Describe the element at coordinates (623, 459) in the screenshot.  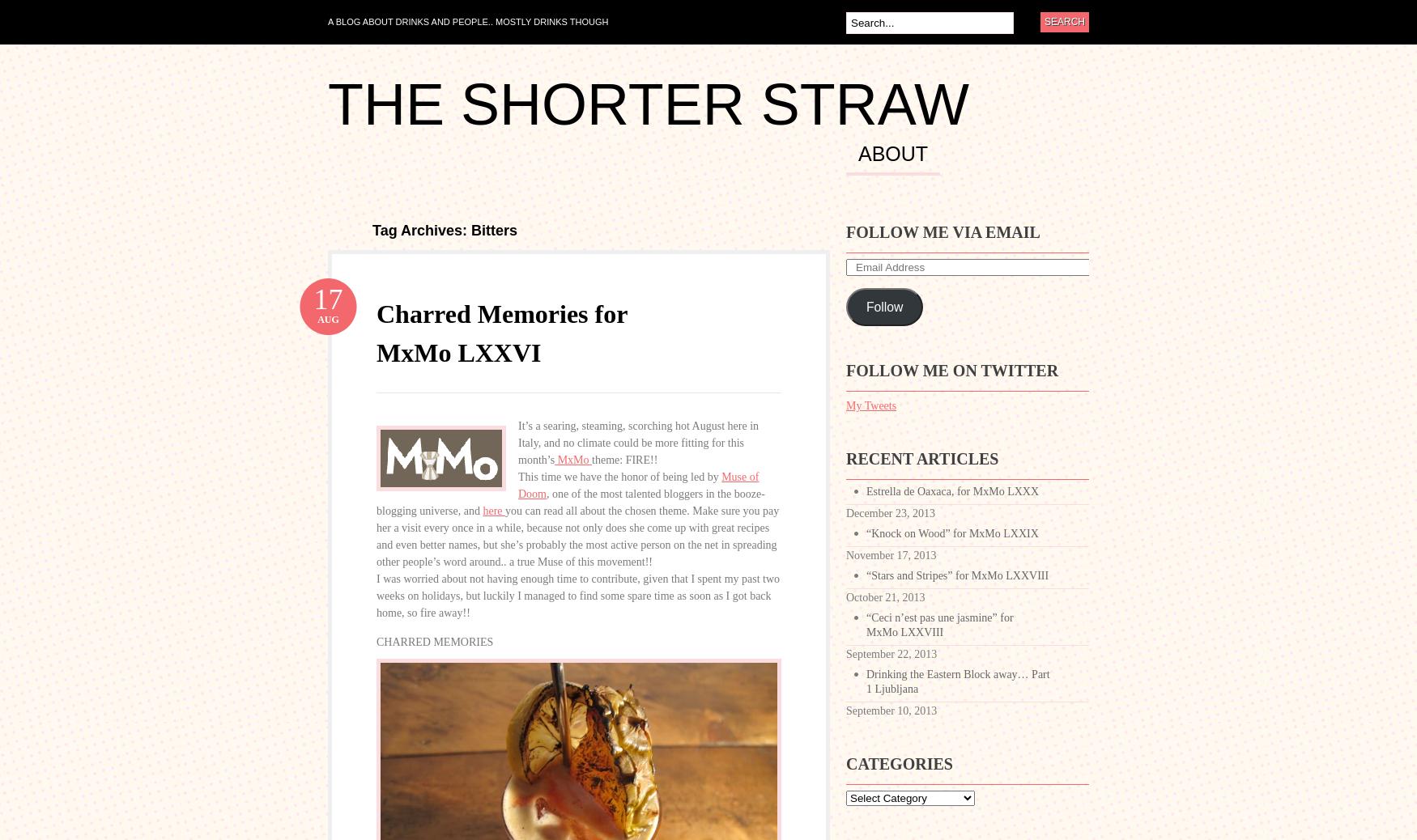
I see `'theme: FIRE!!'` at that location.